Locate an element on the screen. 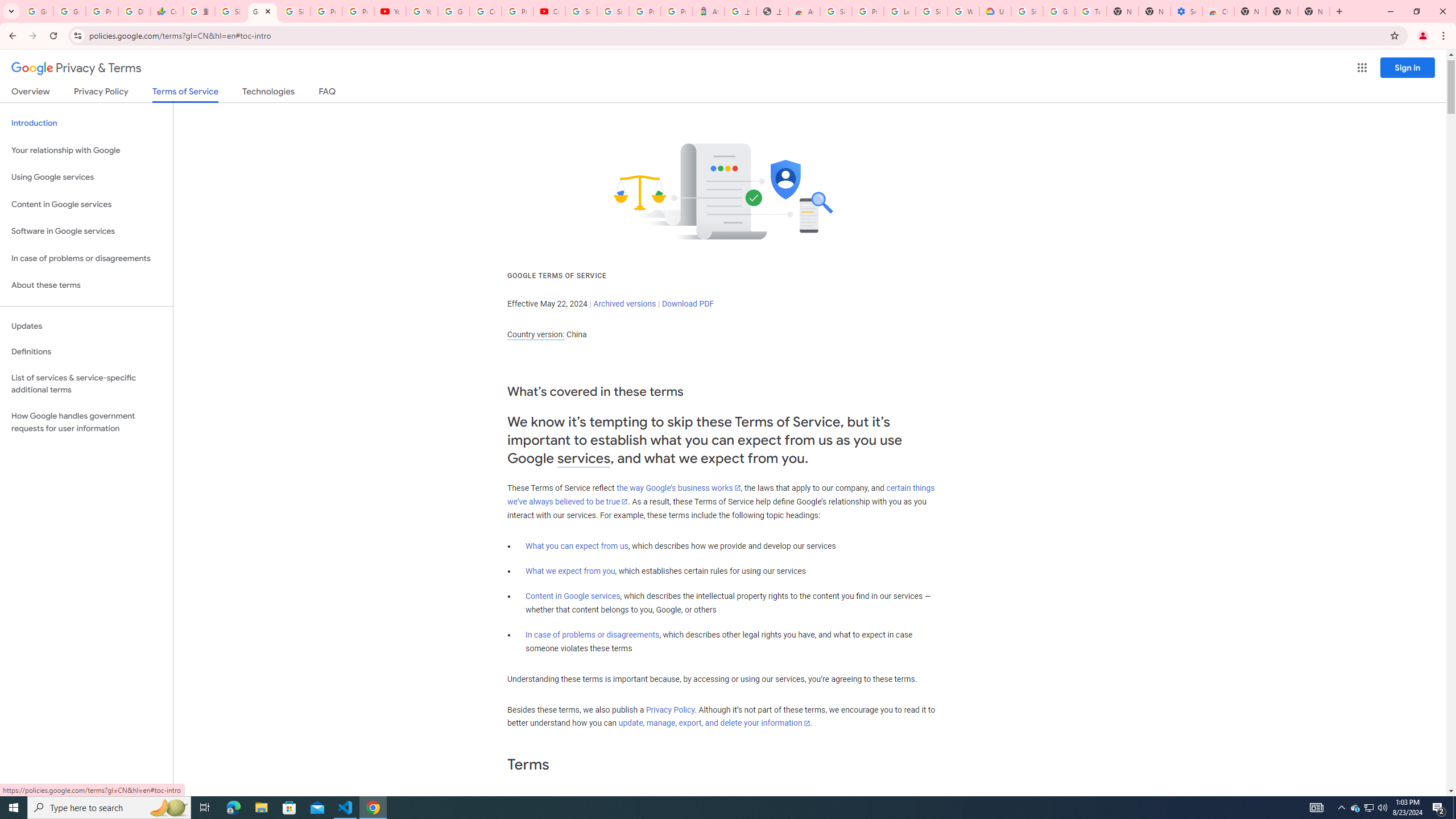 This screenshot has width=1456, height=819. 'YouTube' is located at coordinates (421, 11).